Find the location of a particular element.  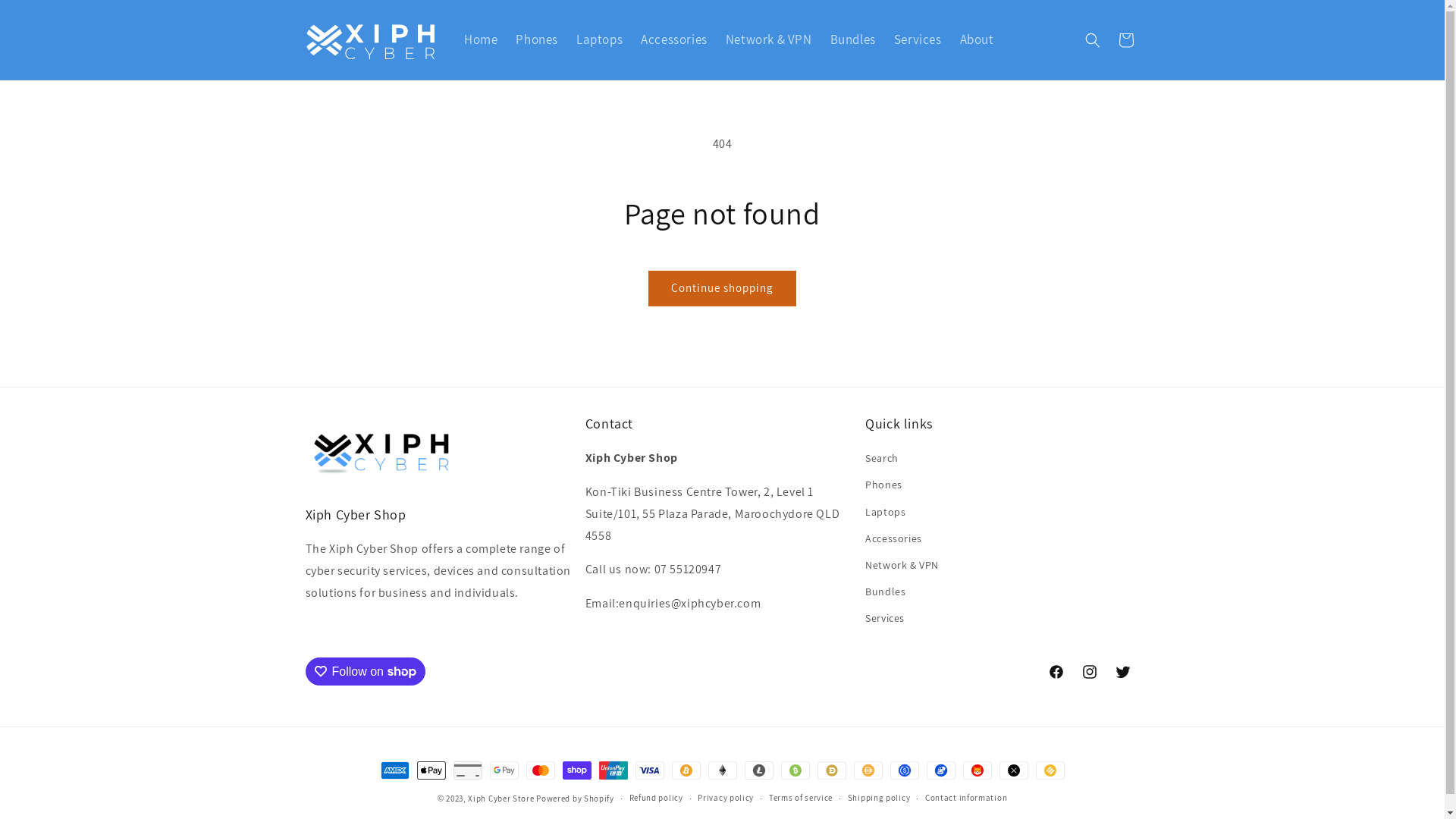

'Home' is located at coordinates (479, 38).